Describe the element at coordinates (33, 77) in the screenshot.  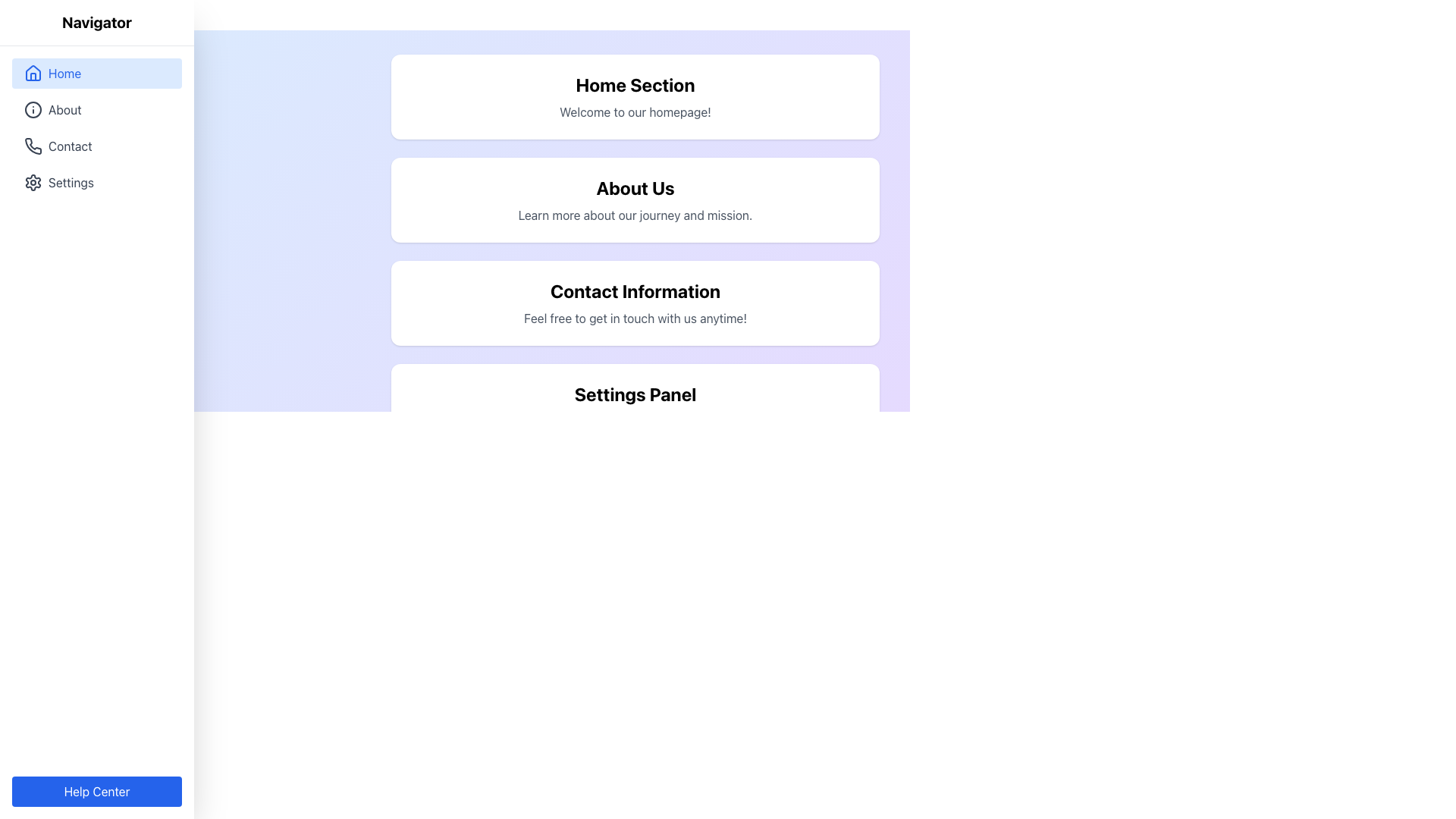
I see `the door element of the house icon in the navigation menu section, which is represented as a small vertical rectangle on a light blue background adjacent to the 'Home' text` at that location.